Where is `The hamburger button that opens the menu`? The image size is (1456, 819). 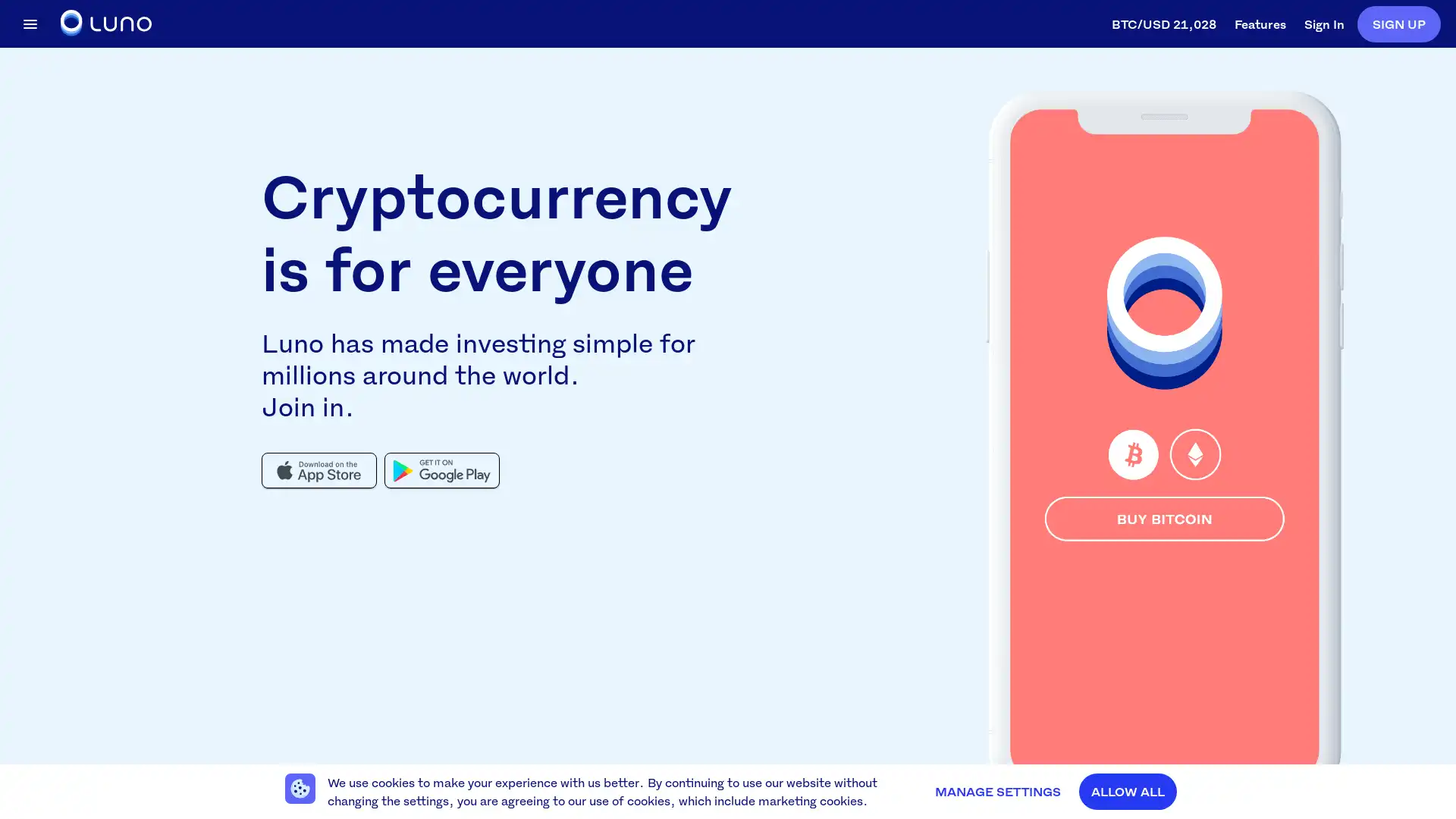
The hamburger button that opens the menu is located at coordinates (30, 23).